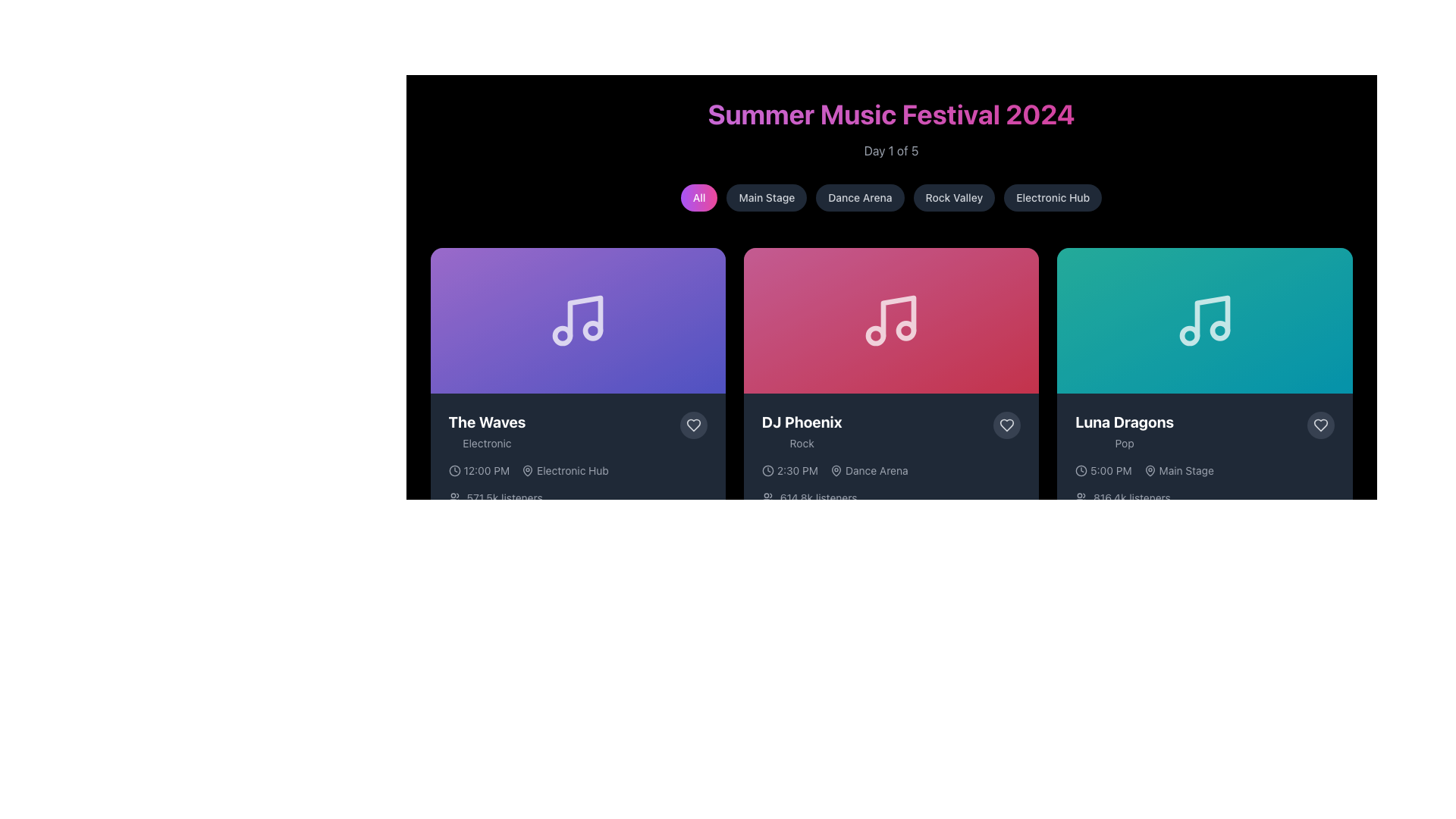 The image size is (1456, 819). What do you see at coordinates (869, 470) in the screenshot?
I see `the informational label indicating the venue or stage for 'DJ Phoenix', located to the right of the time indicator '2:30 PM' in the bottom portion of the card interface` at bounding box center [869, 470].